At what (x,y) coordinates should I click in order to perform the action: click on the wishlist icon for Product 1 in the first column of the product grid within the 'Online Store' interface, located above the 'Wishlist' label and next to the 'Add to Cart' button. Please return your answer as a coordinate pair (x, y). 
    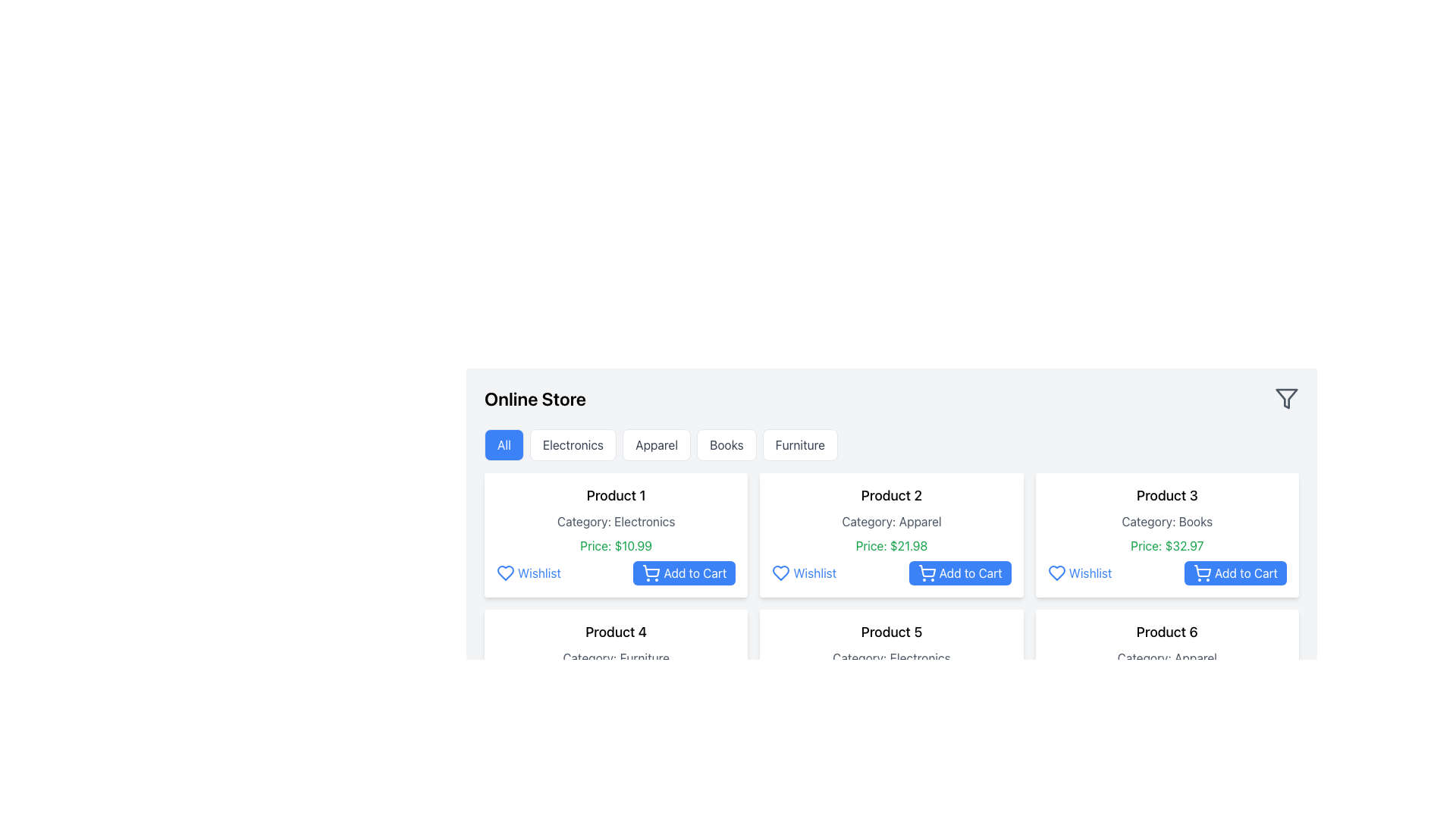
    Looking at the image, I should click on (506, 573).